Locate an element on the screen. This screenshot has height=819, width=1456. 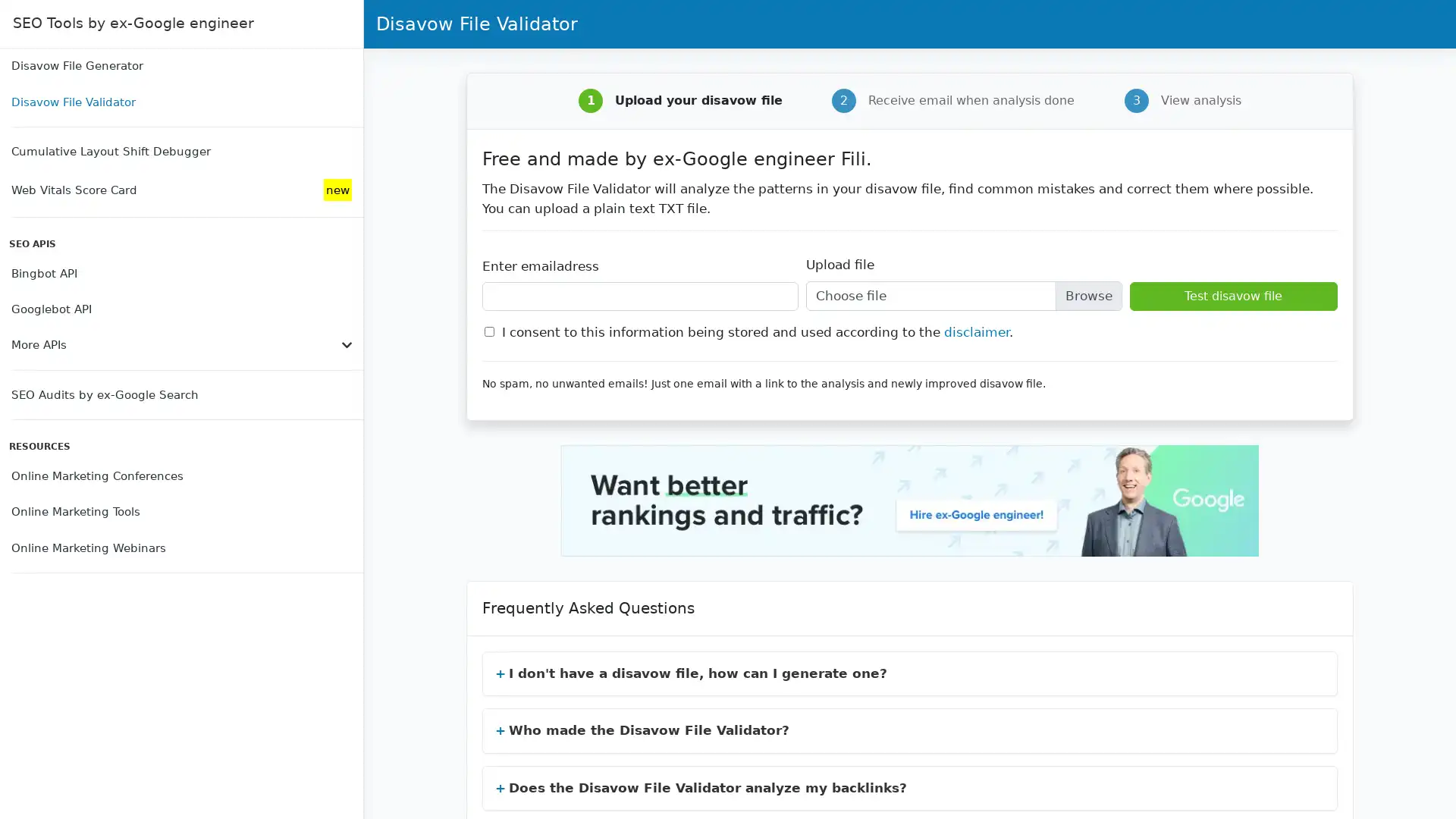
Upload file Choose file Browse is located at coordinates (962, 295).